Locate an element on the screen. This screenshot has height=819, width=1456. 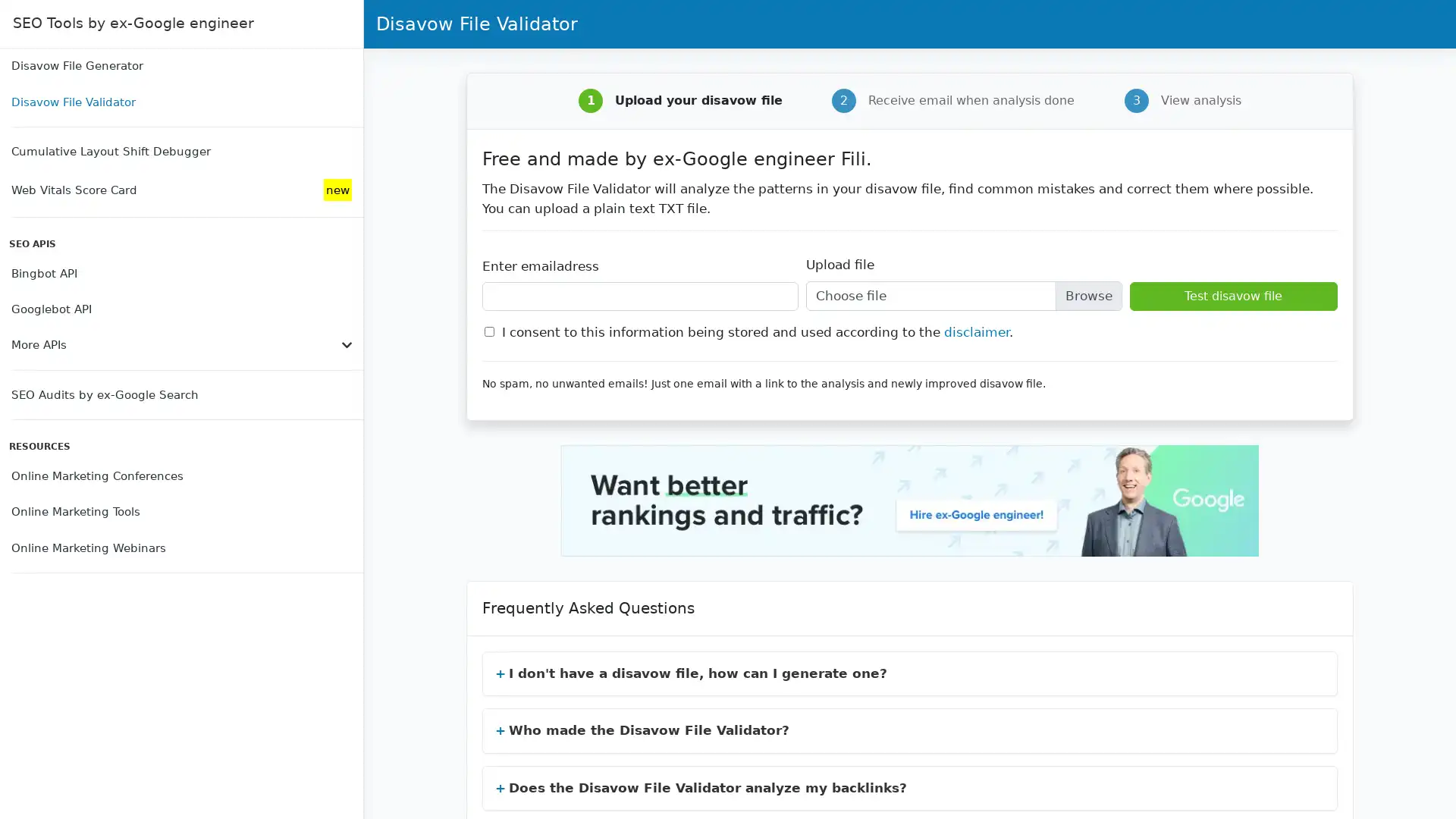
Upload file Choose file Browse is located at coordinates (962, 295).